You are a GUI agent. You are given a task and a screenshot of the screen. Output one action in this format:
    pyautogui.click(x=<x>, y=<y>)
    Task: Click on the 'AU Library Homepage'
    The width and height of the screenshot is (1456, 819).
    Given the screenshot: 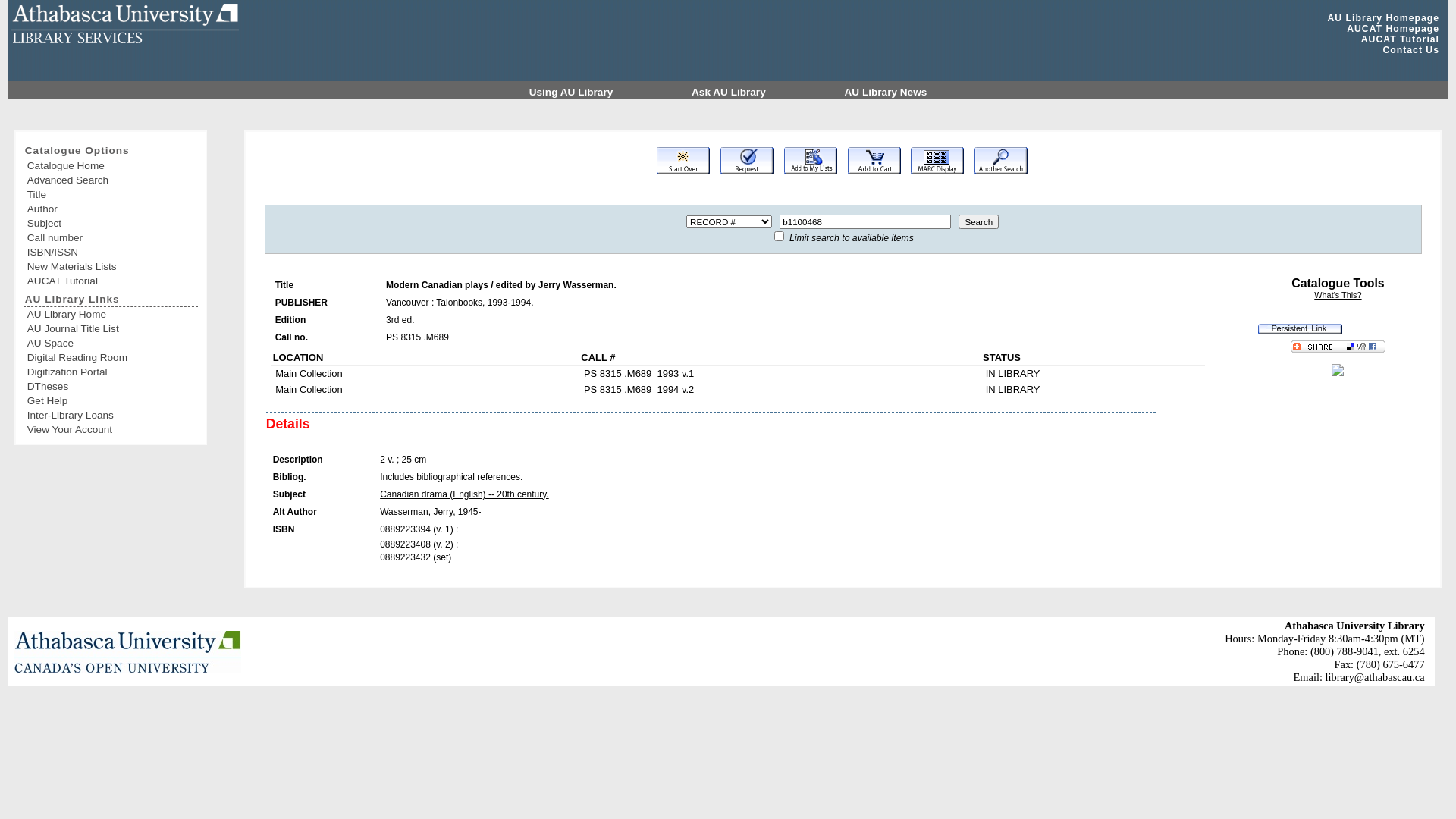 What is the action you would take?
    pyautogui.click(x=1383, y=17)
    